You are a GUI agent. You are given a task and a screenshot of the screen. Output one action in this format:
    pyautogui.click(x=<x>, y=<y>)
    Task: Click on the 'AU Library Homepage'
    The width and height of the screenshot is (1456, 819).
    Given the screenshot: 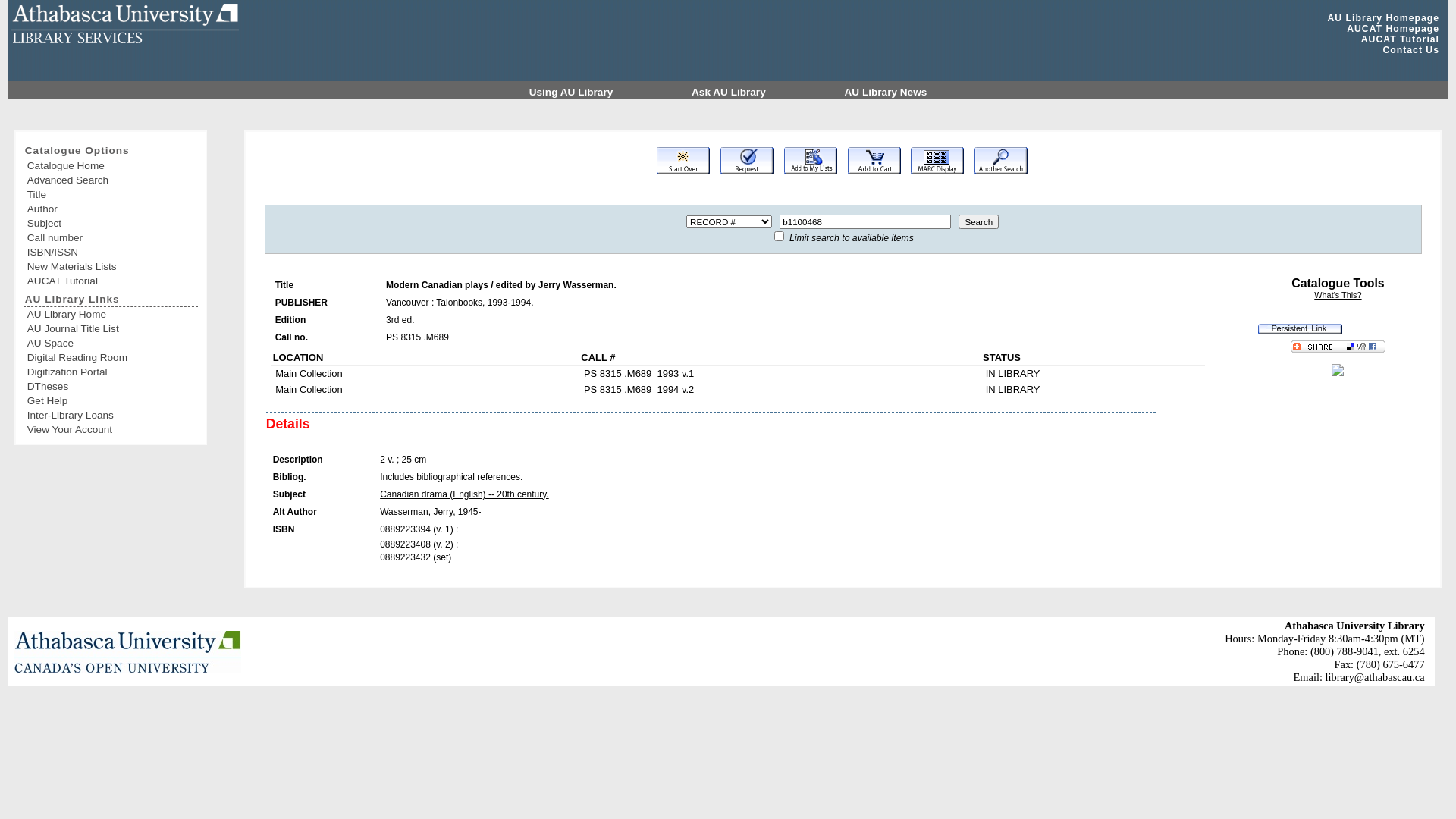 What is the action you would take?
    pyautogui.click(x=1383, y=17)
    